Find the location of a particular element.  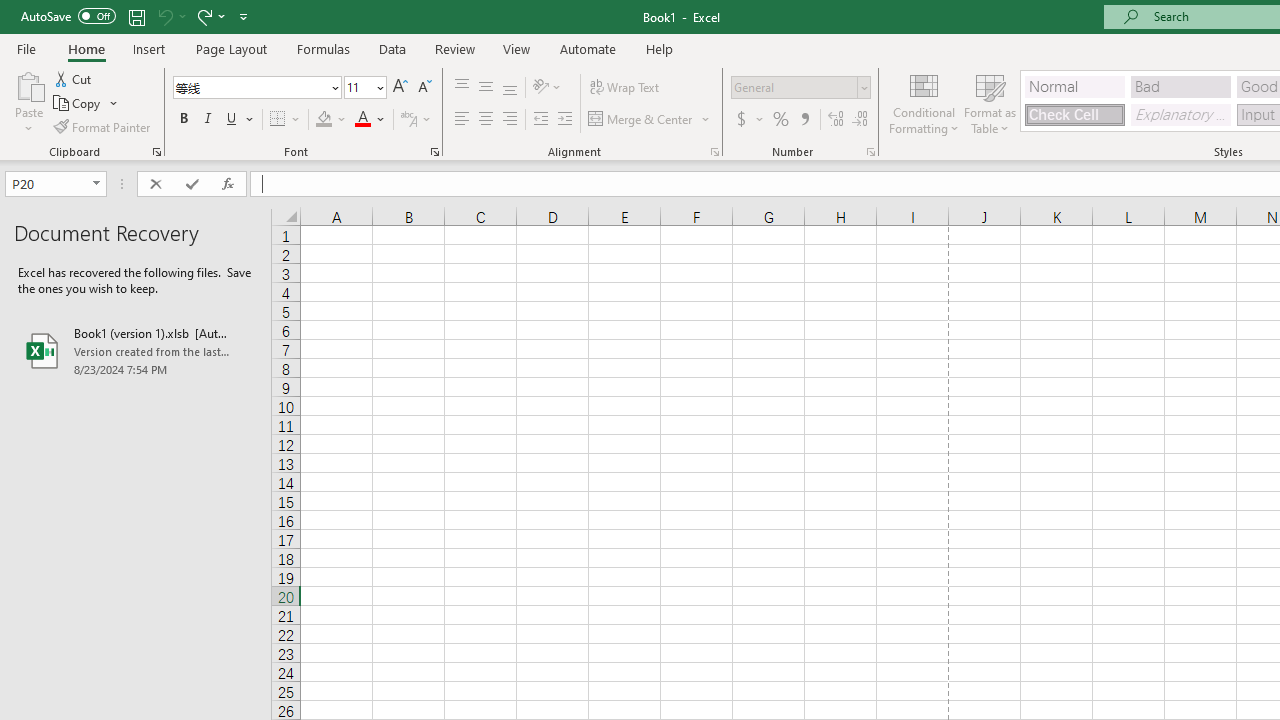

'Middle Align' is located at coordinates (485, 86).